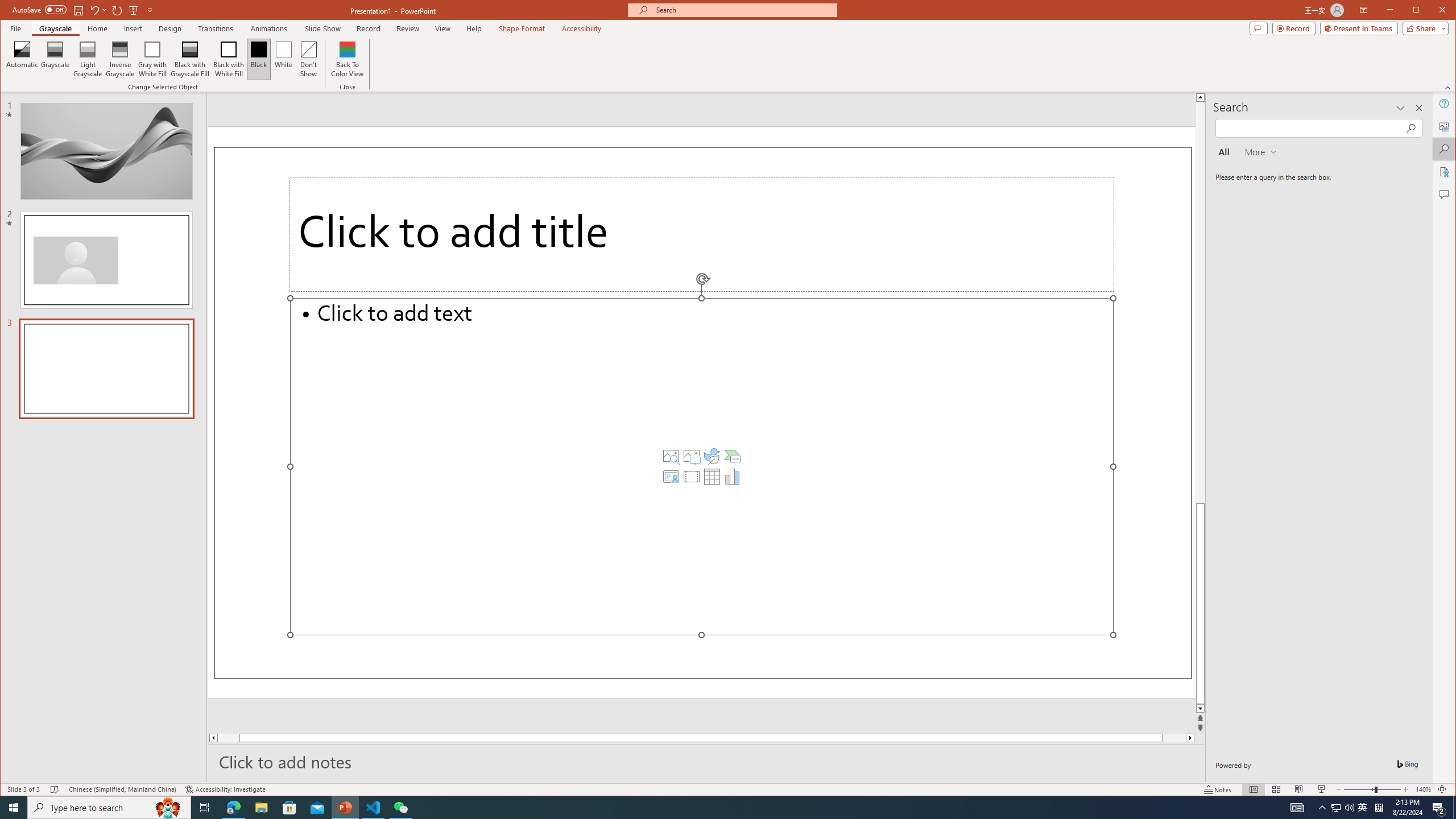  I want to click on 'Don', so click(308, 59).